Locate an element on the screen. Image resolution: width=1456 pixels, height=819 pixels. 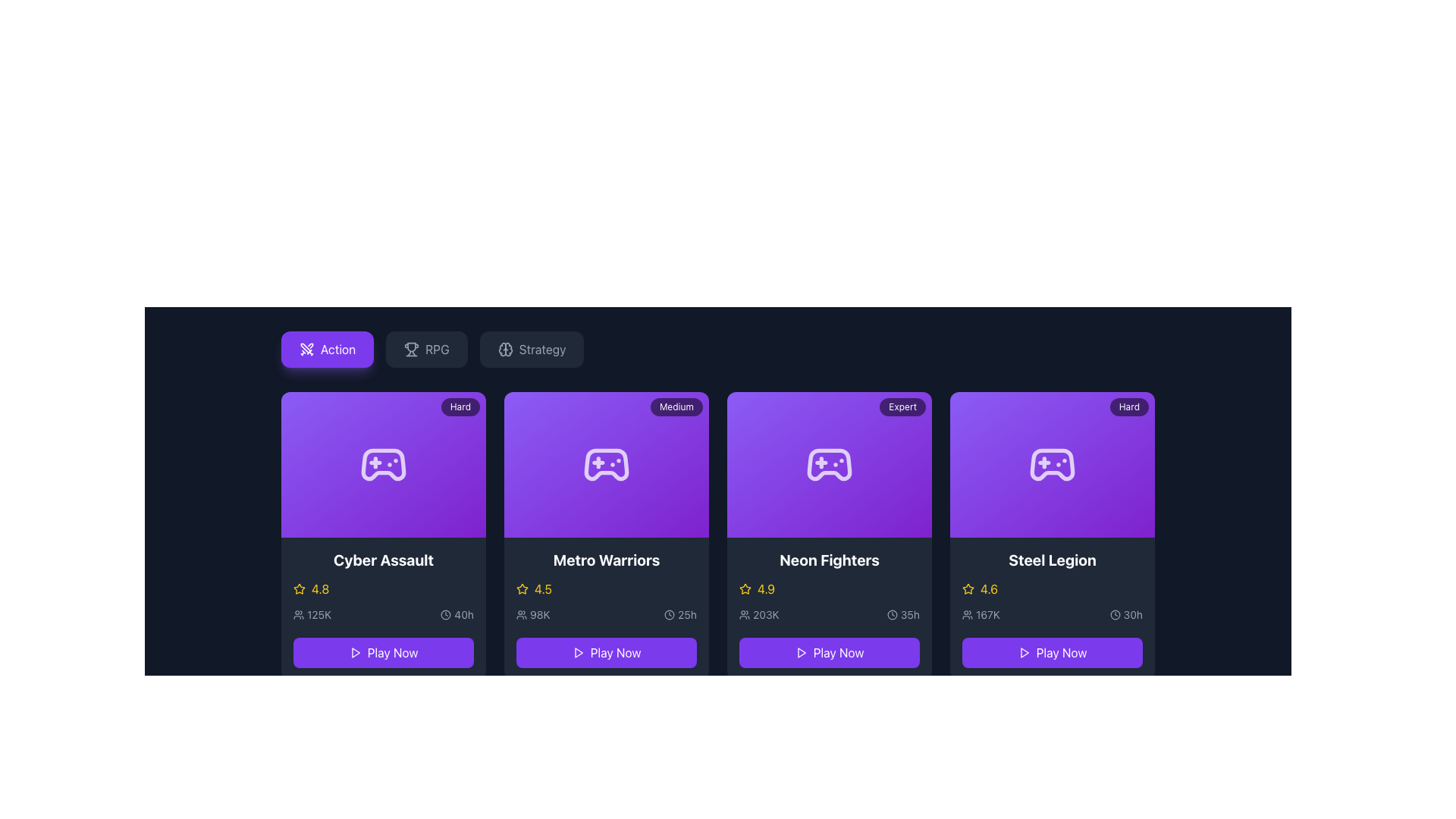
the user group icon located to the left of the '125K' text, which is styled in a simple line-based design and presented in white on a dark background is located at coordinates (298, 614).